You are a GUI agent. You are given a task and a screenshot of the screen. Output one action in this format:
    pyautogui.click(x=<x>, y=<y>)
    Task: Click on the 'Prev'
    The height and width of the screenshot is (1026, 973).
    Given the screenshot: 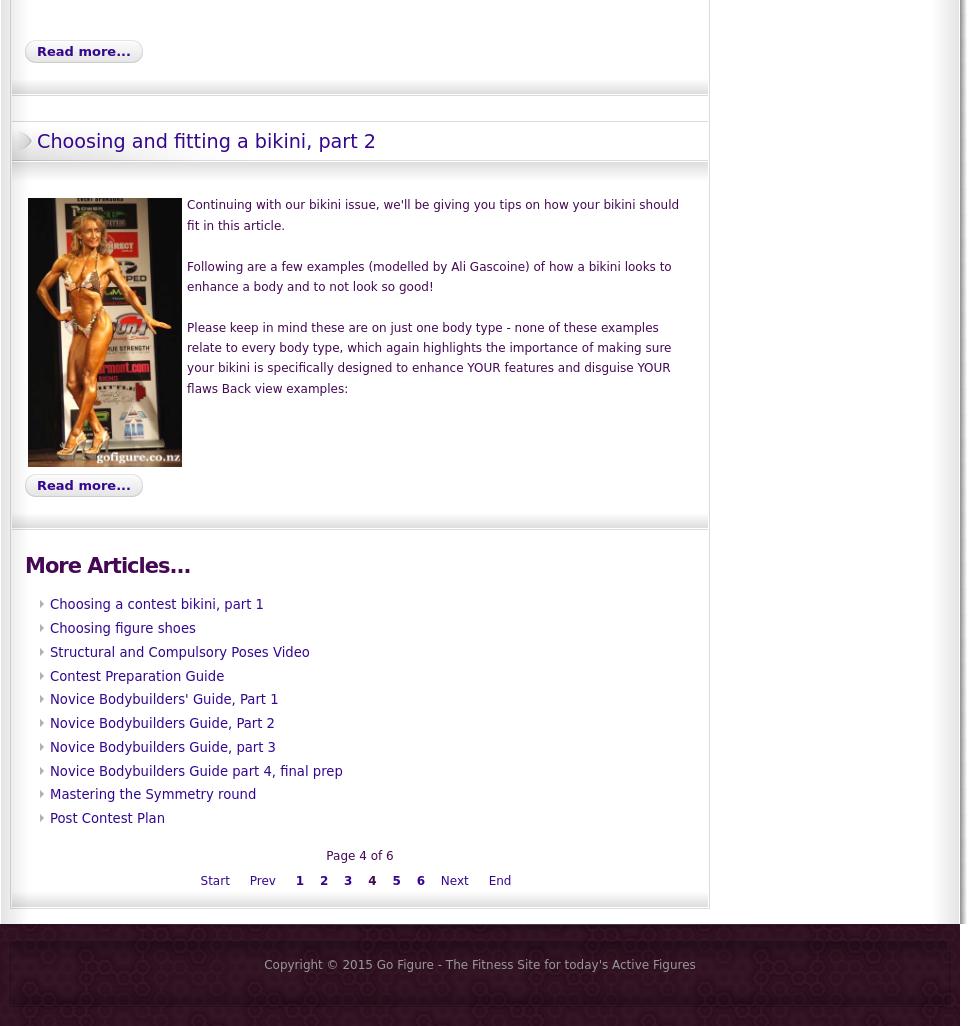 What is the action you would take?
    pyautogui.click(x=261, y=880)
    